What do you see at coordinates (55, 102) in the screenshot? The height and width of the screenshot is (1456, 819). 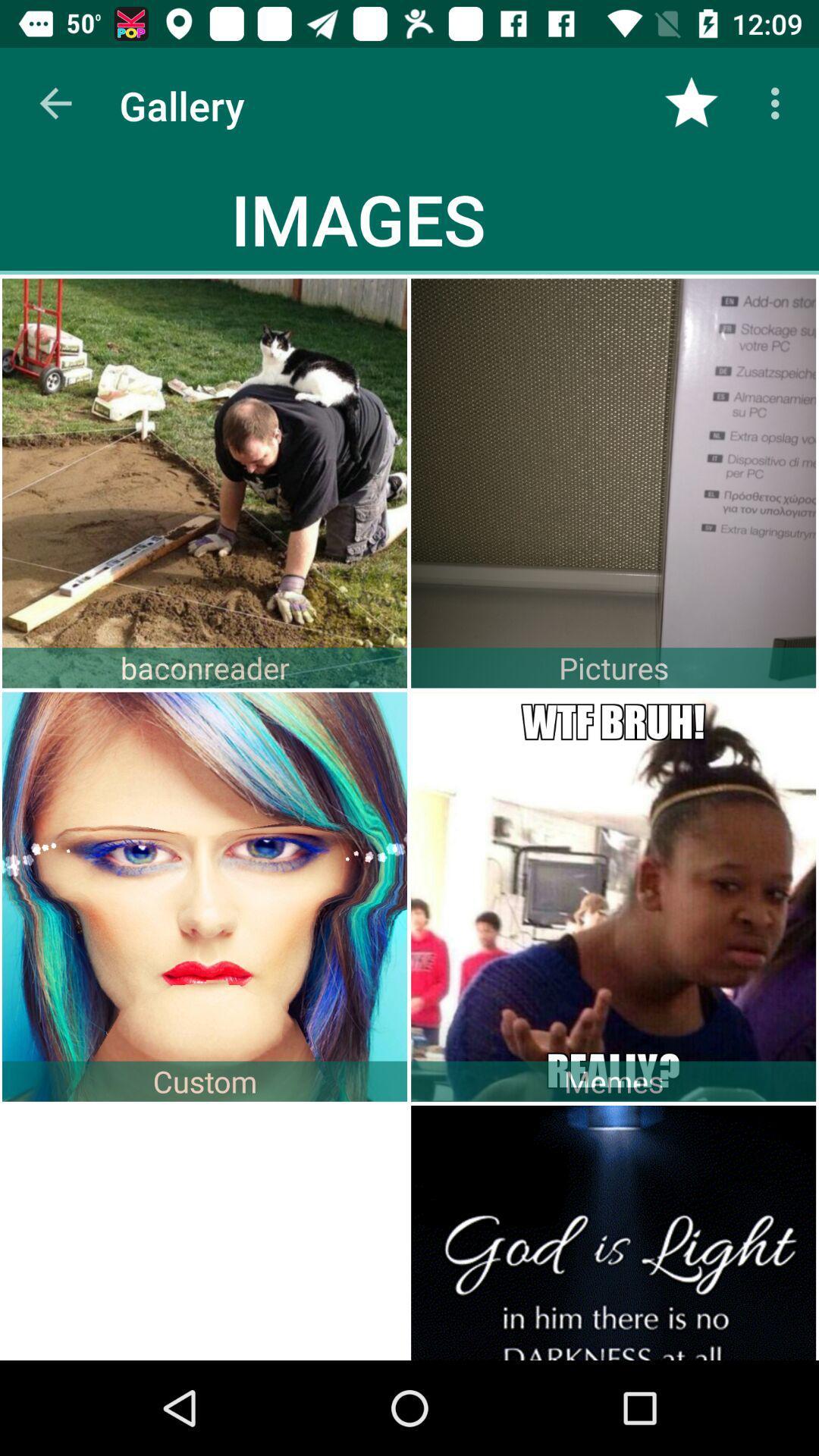 I see `app to the left of gallery app` at bounding box center [55, 102].